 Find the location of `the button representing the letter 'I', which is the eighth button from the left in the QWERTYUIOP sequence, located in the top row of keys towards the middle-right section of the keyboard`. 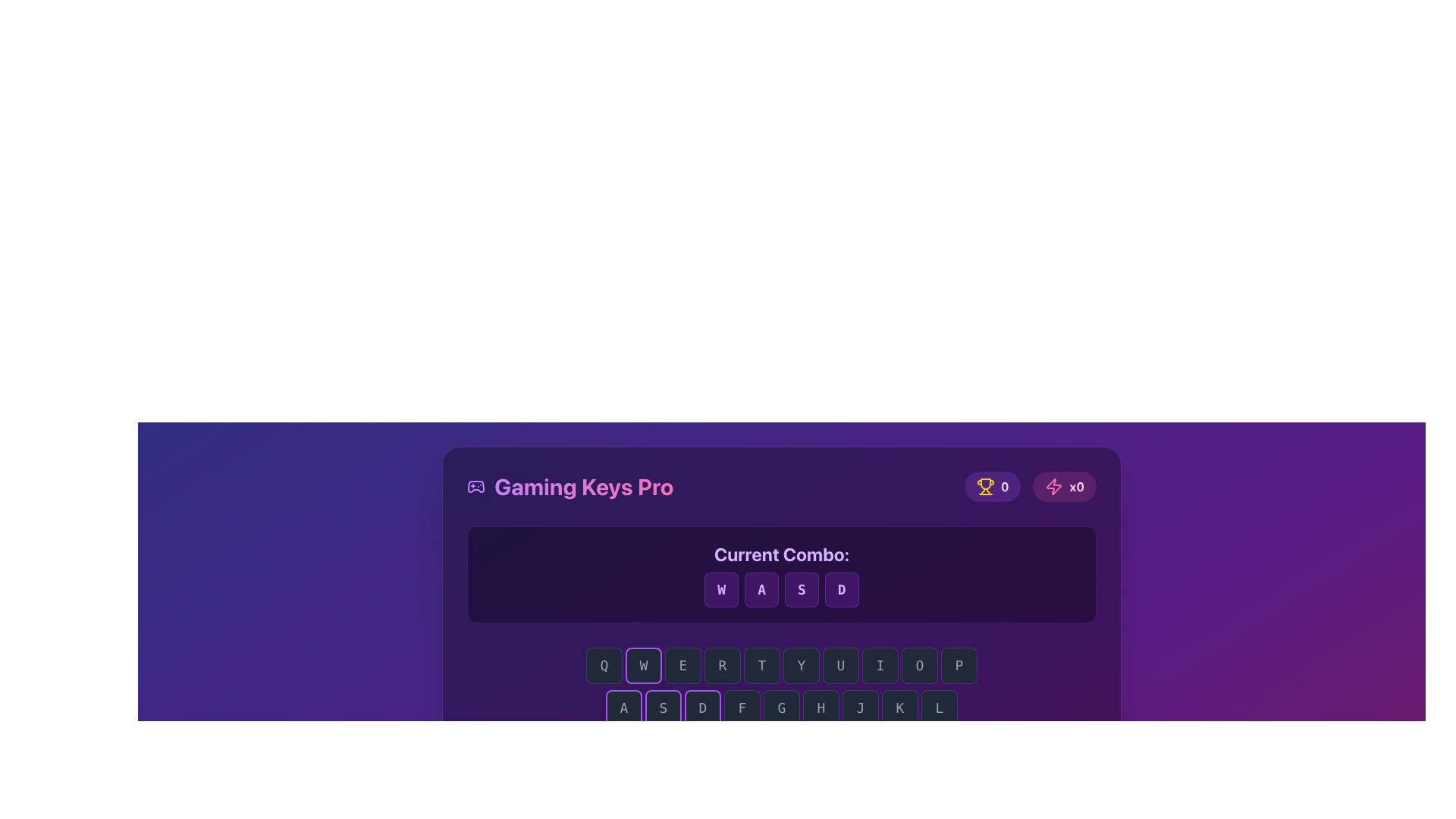

the button representing the letter 'I', which is the eighth button from the left in the QWERTYUIOP sequence, located in the top row of keys towards the middle-right section of the keyboard is located at coordinates (880, 665).